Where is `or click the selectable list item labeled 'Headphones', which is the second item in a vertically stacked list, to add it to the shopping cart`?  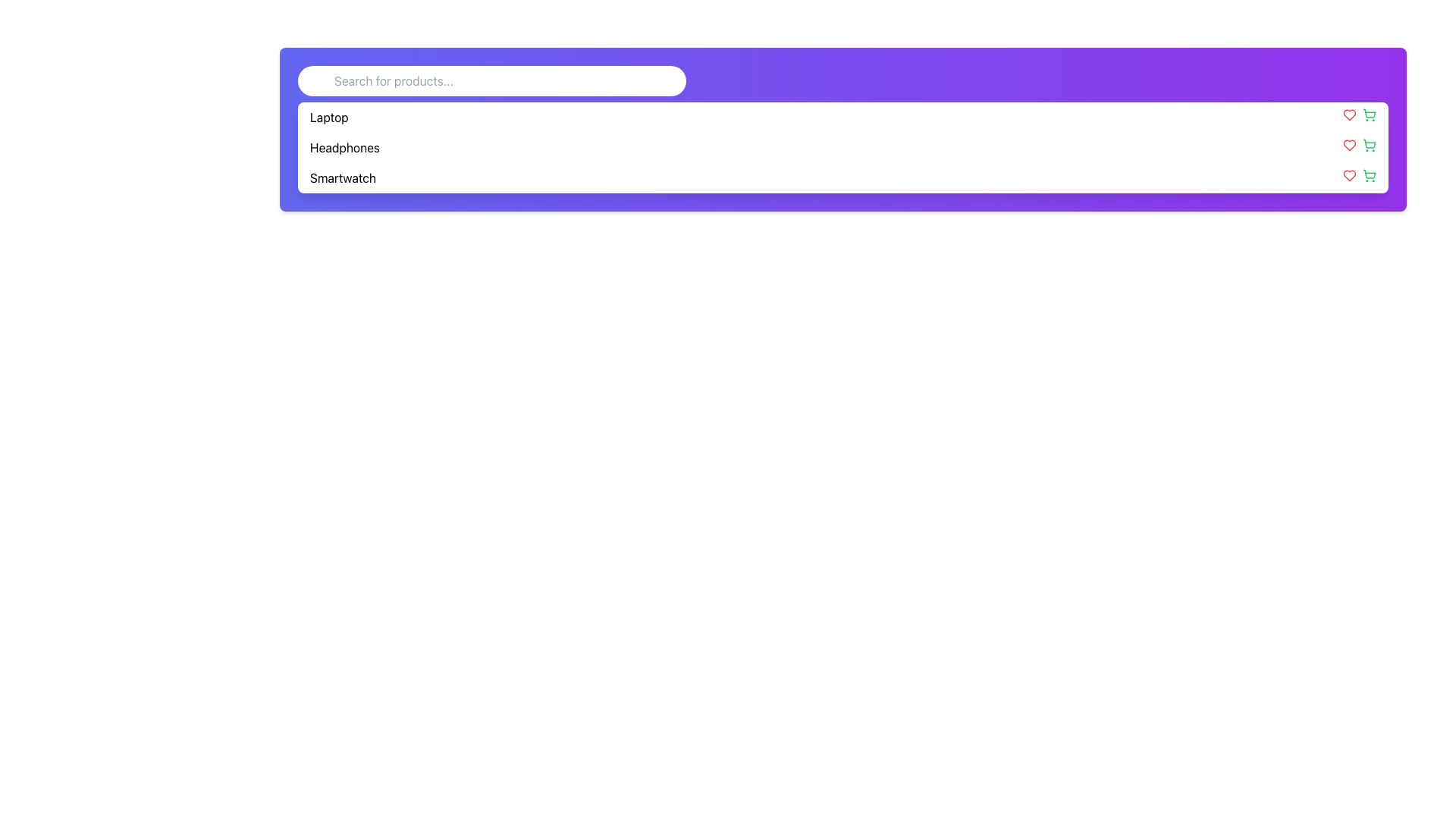
or click the selectable list item labeled 'Headphones', which is the second item in a vertically stacked list, to add it to the shopping cart is located at coordinates (843, 148).